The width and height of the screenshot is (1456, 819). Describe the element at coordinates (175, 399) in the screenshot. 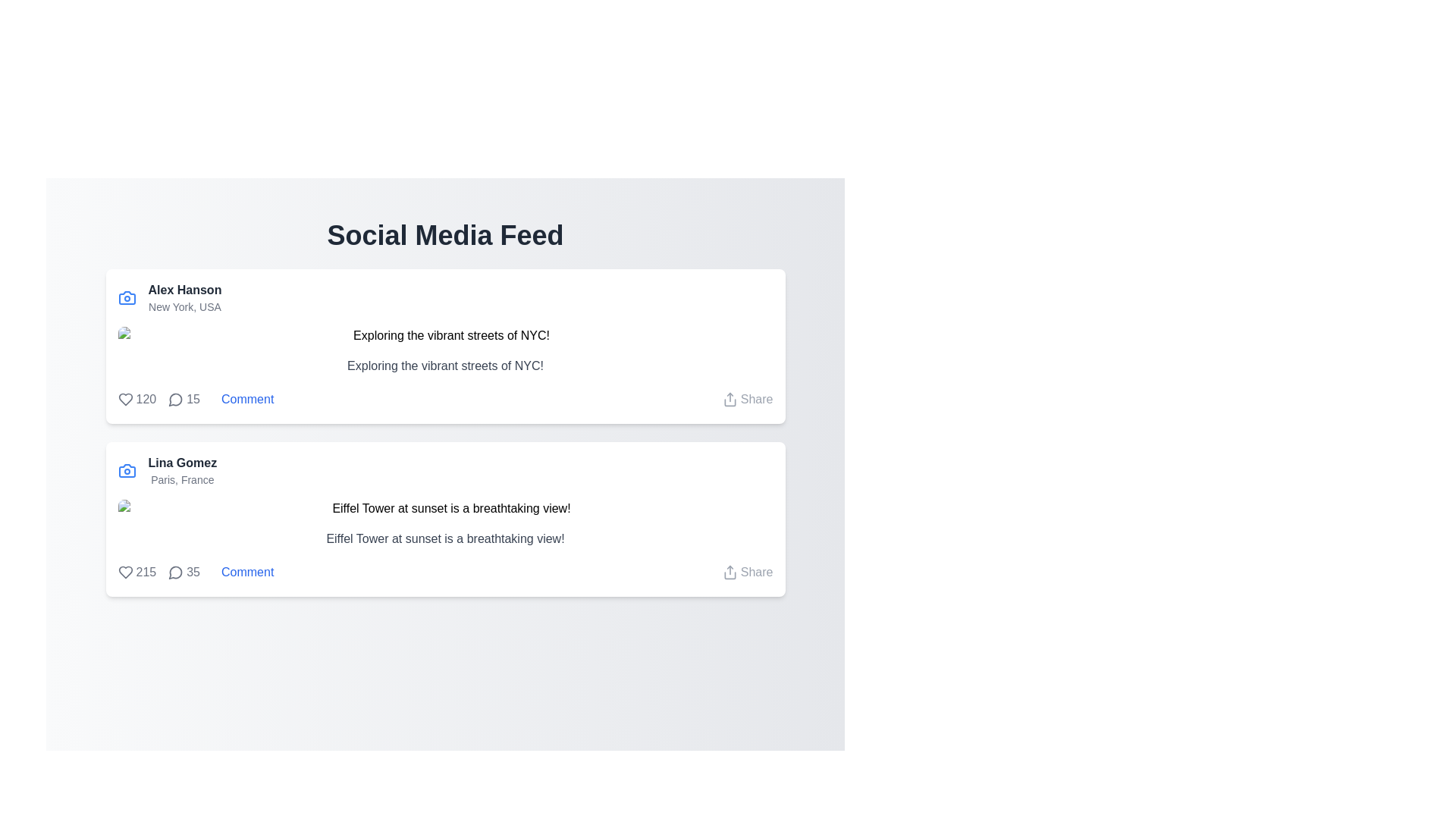

I see `the comment icon located to the immediate right of the heart icon with a numeric value of 120, which displays a count of 15 comments for the first post` at that location.